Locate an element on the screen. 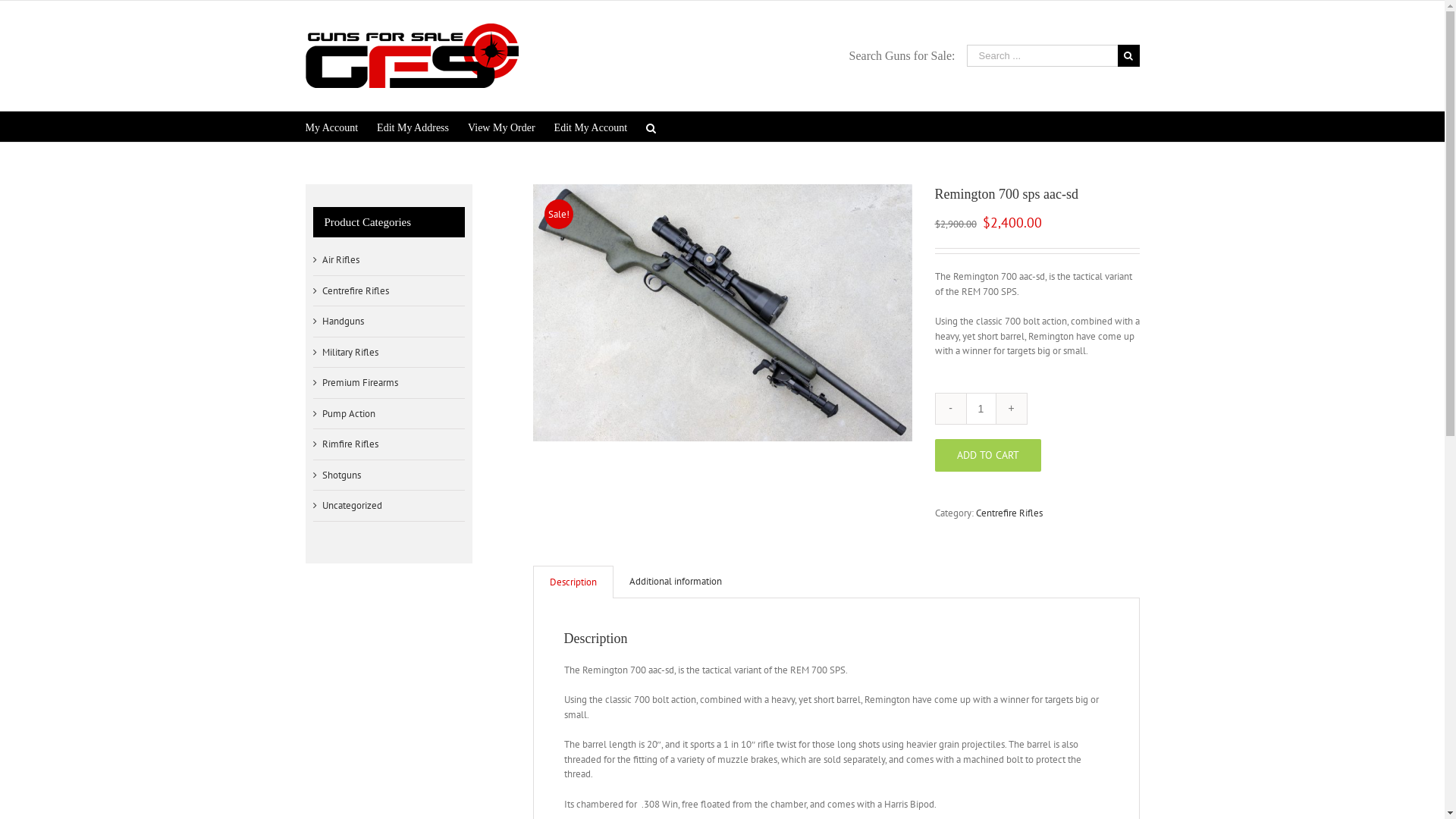 The image size is (1456, 819). 'Military Rifles' is located at coordinates (348, 353).